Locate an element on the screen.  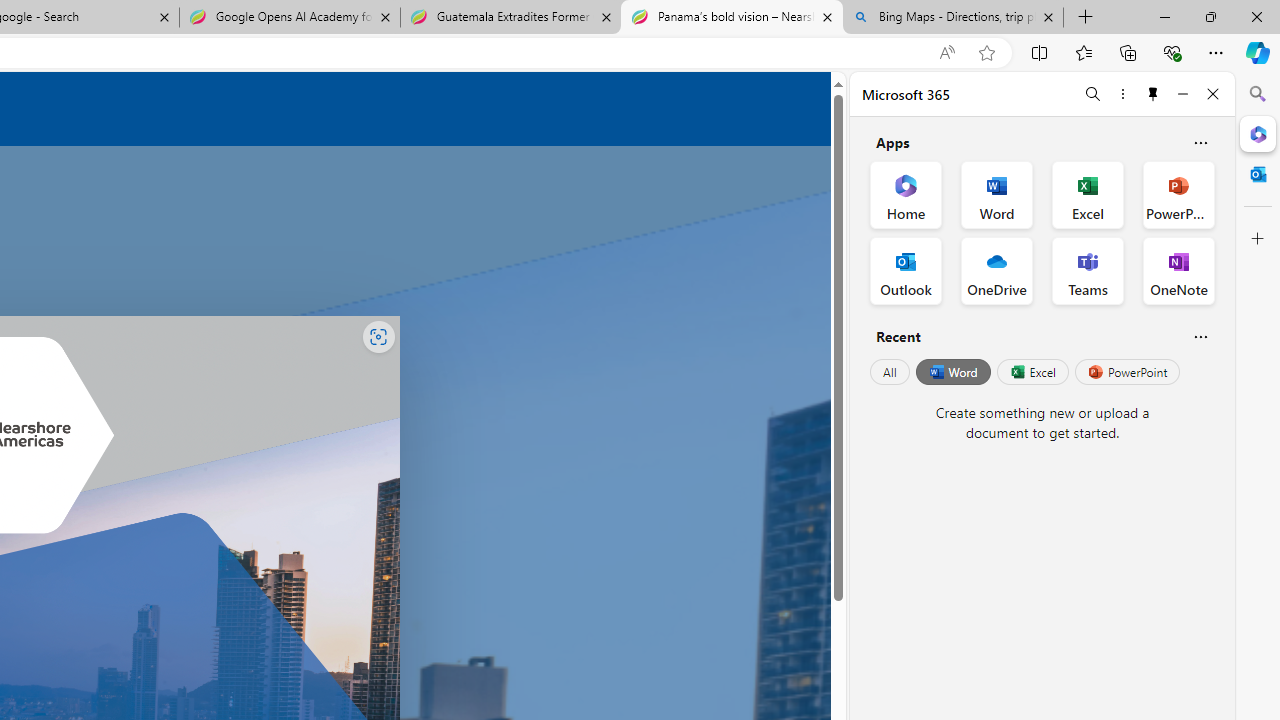
'PowerPoint' is located at coordinates (1127, 372).